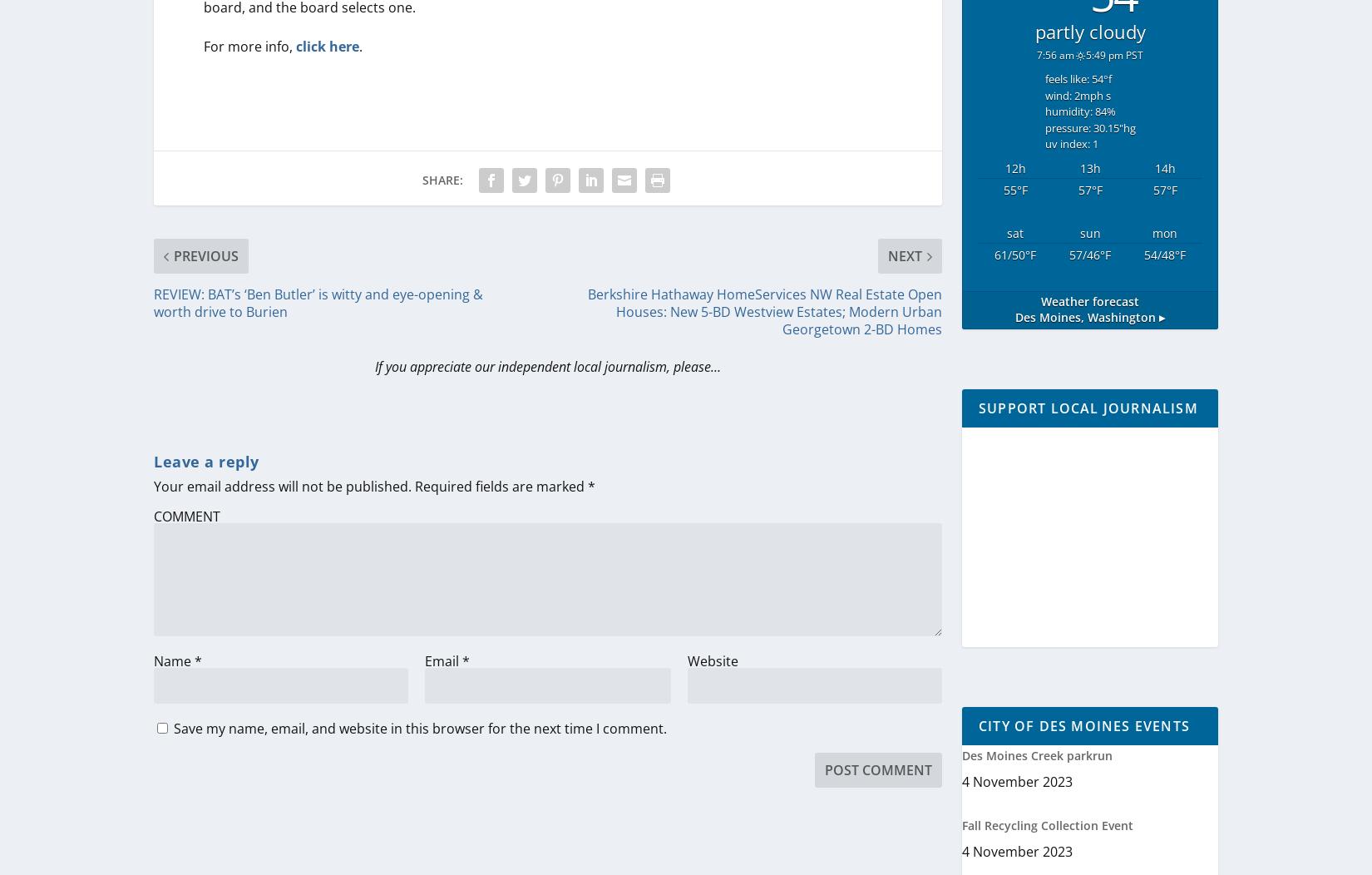 This screenshot has height=875, width=1372. What do you see at coordinates (1125, 126) in the screenshot?
I see `'"Hg'` at bounding box center [1125, 126].